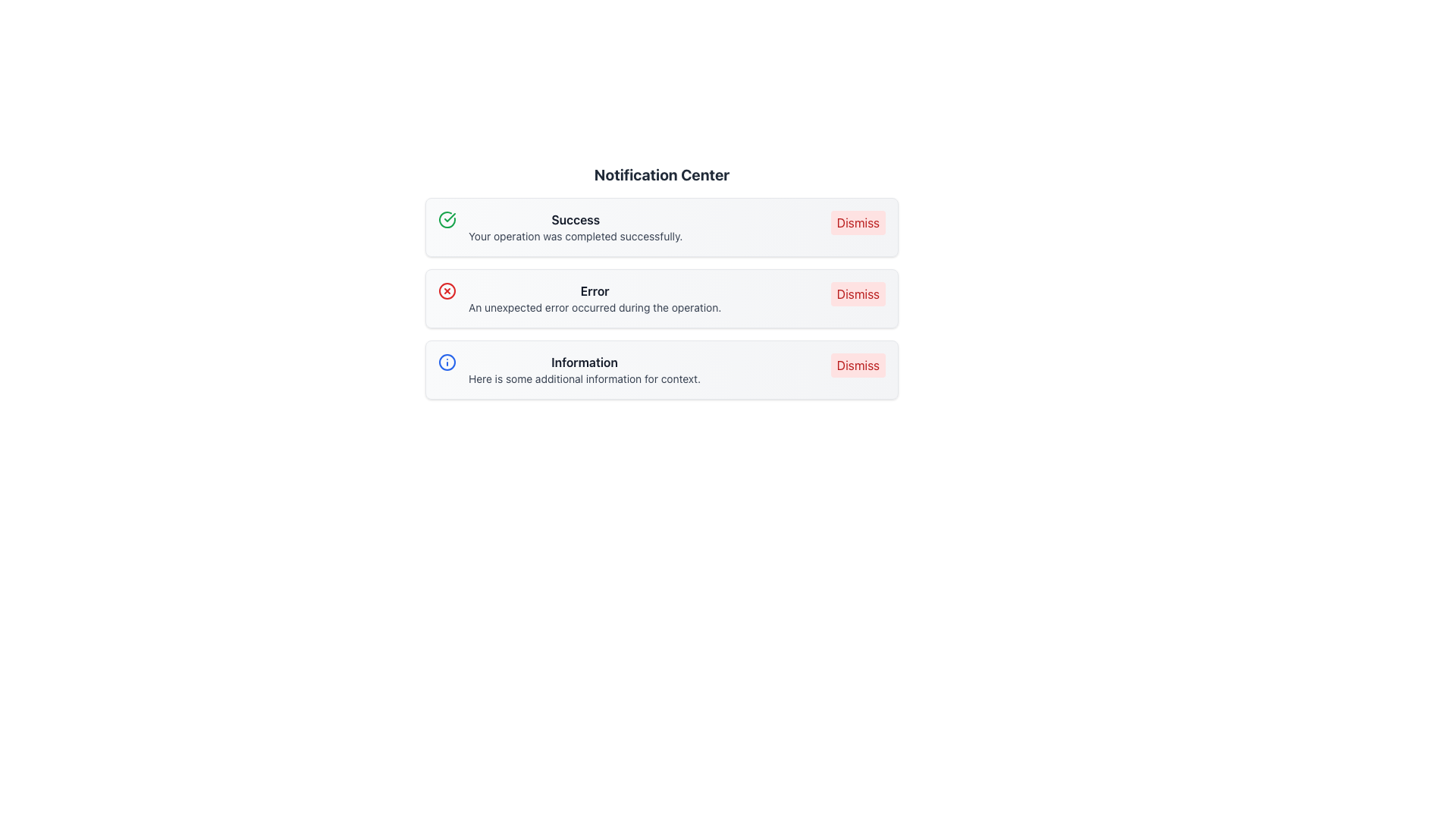 The image size is (1456, 819). Describe the element at coordinates (575, 219) in the screenshot. I see `'Success' text element, which is styled in bold and dark gray, located at the top of the first notification card in the Notification Center` at that location.